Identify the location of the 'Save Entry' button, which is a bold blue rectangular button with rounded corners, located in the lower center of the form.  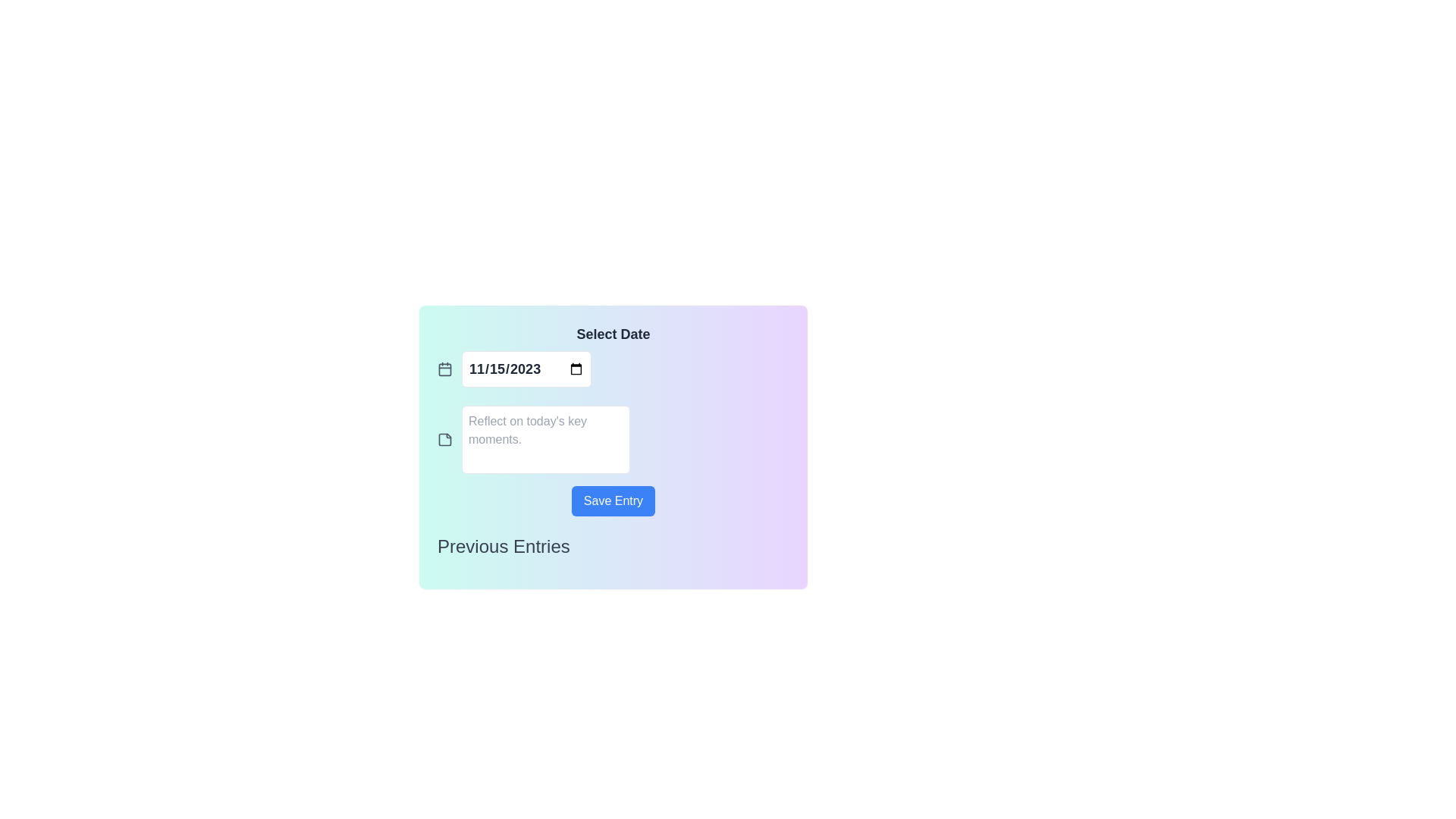
(613, 500).